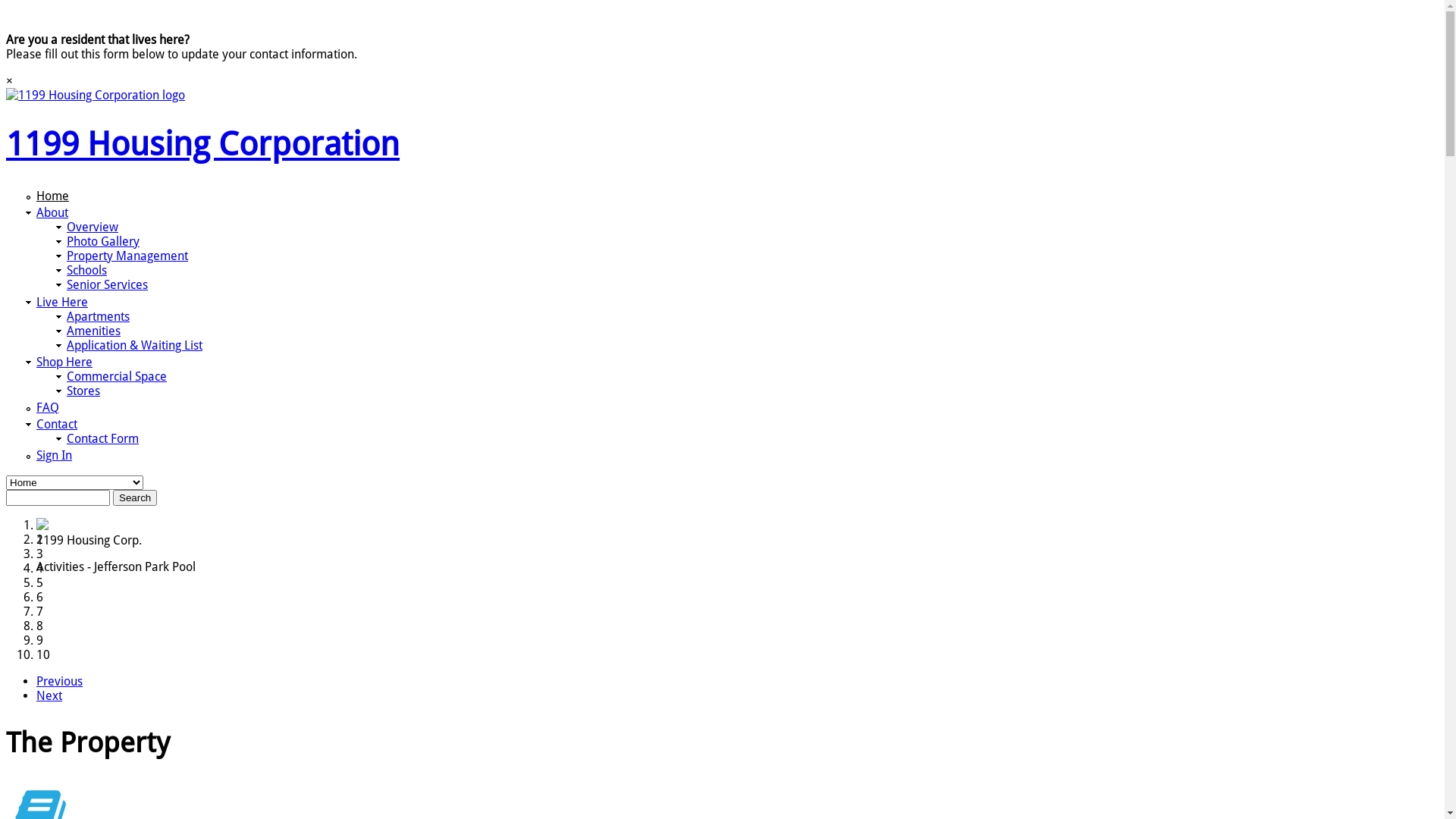 The image size is (1456, 819). What do you see at coordinates (57, 424) in the screenshot?
I see `'Contact'` at bounding box center [57, 424].